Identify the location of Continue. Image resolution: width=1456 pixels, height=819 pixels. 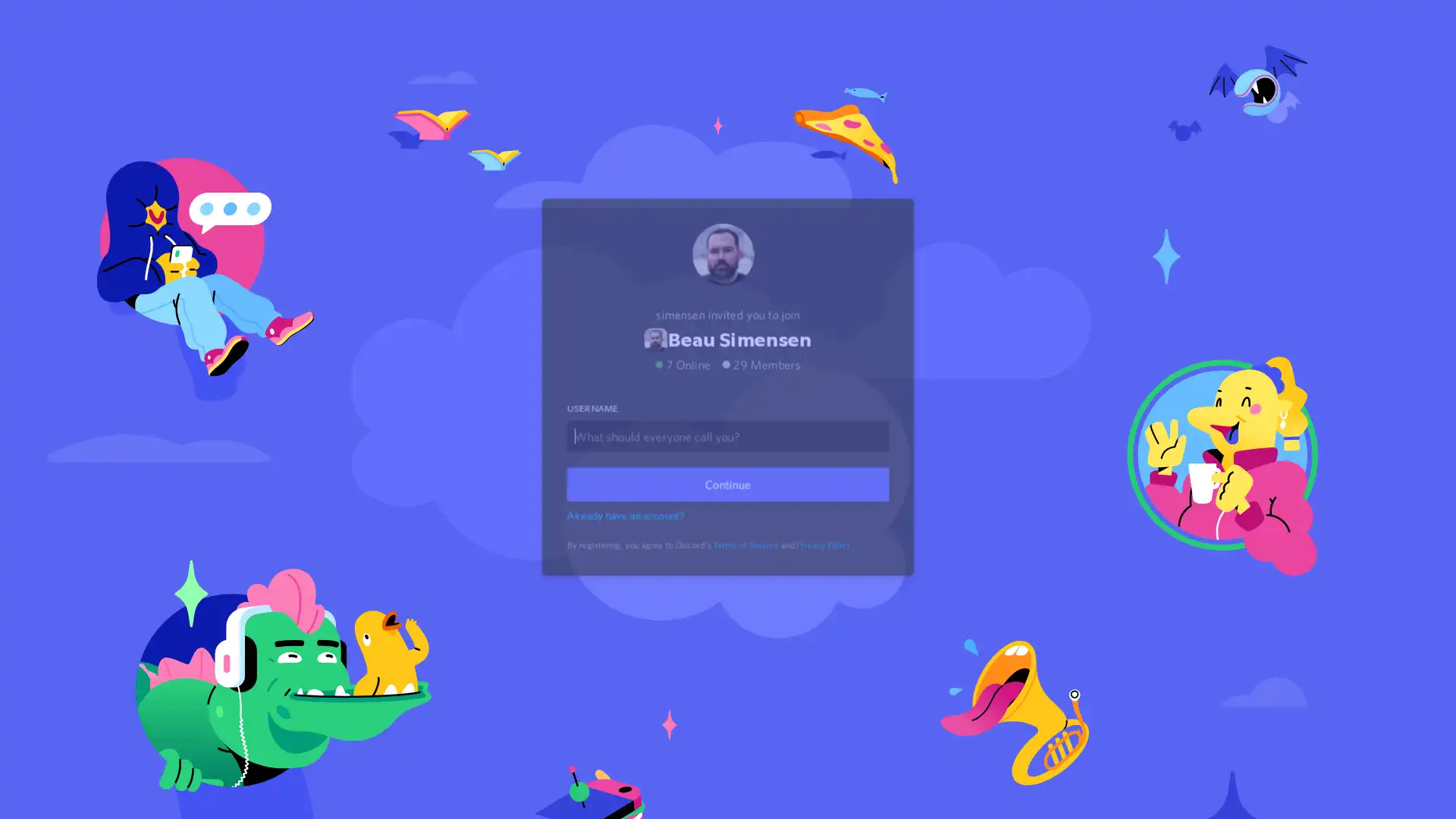
(728, 504).